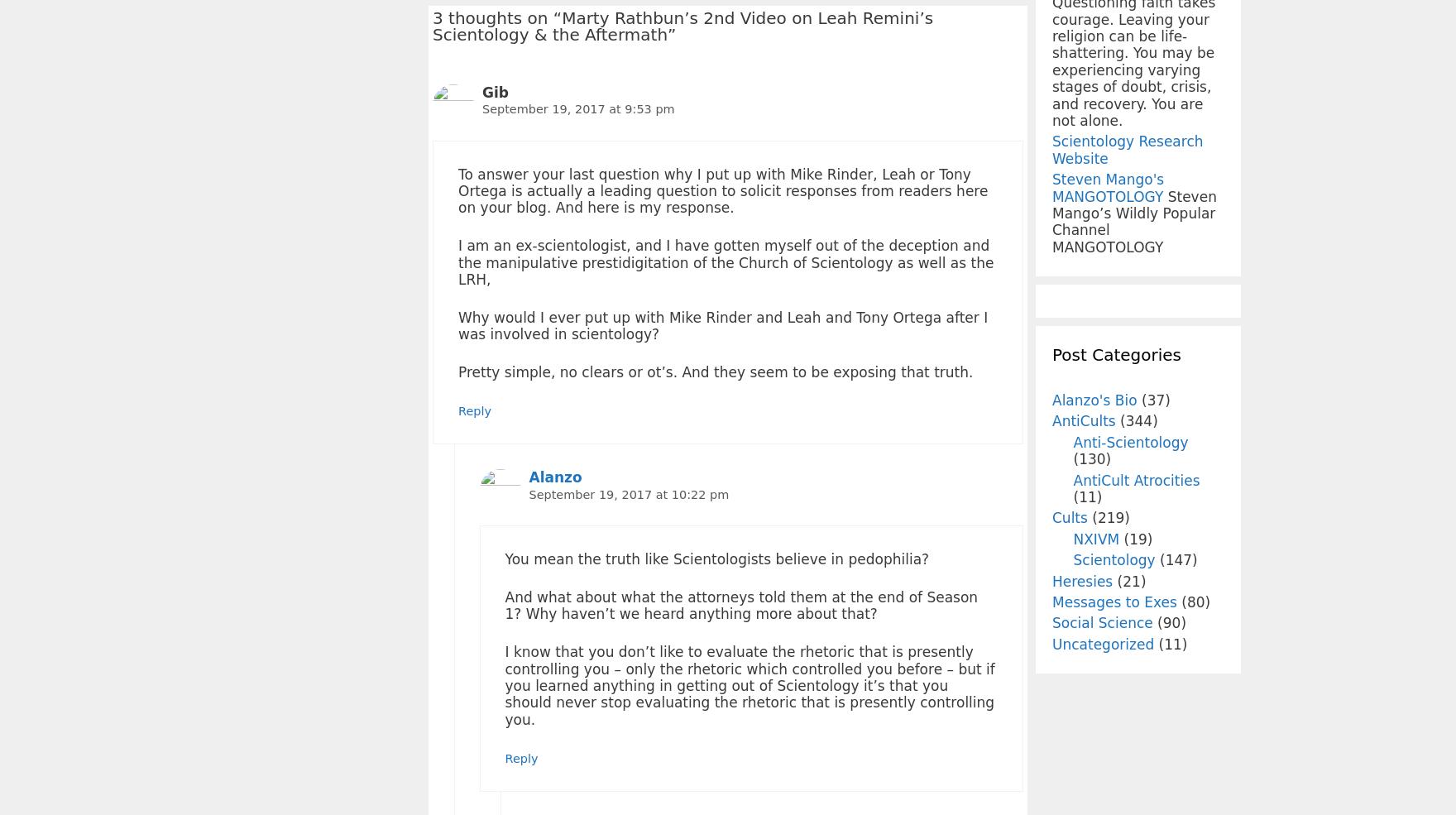 The height and width of the screenshot is (815, 1456). Describe the element at coordinates (529, 493) in the screenshot. I see `'September 19, 2017 at 10:22 pm'` at that location.